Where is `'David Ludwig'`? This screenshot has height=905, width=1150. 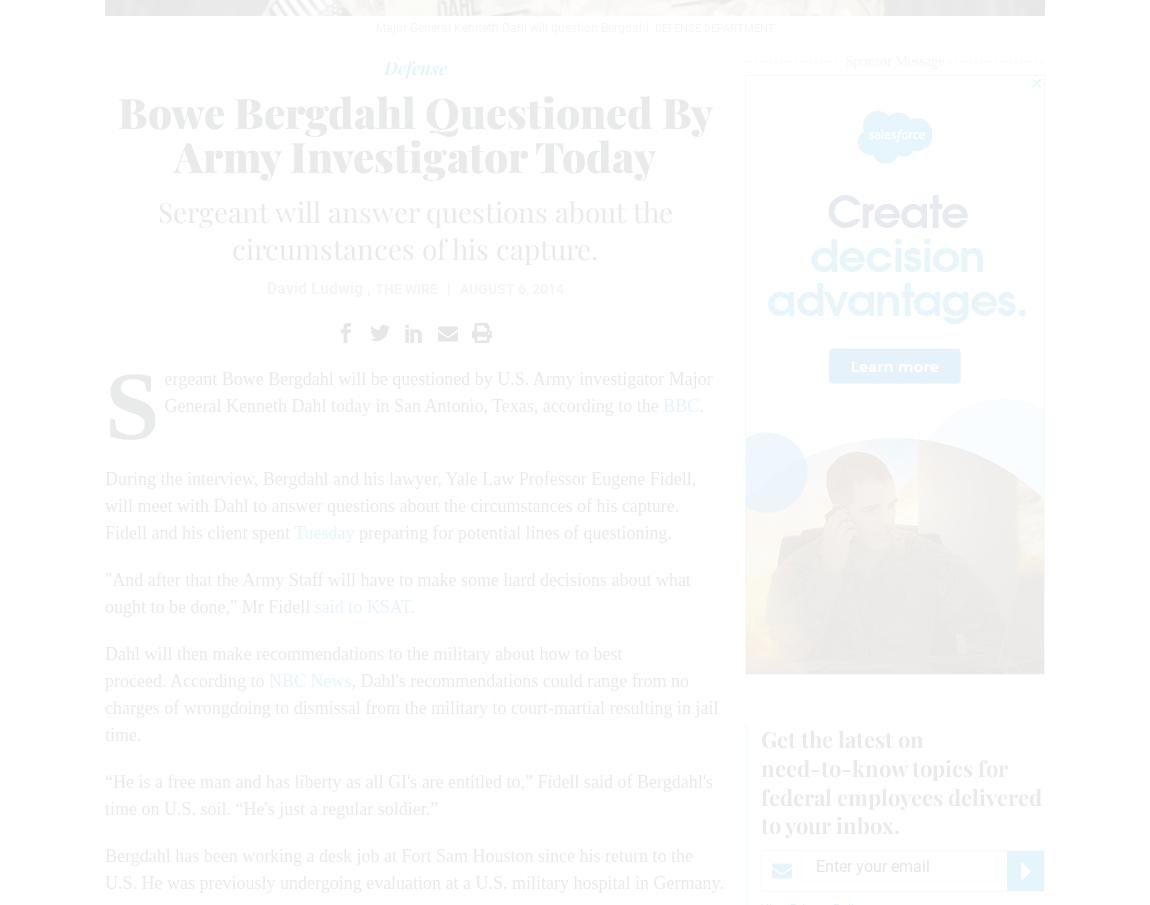 'David Ludwig' is located at coordinates (316, 288).